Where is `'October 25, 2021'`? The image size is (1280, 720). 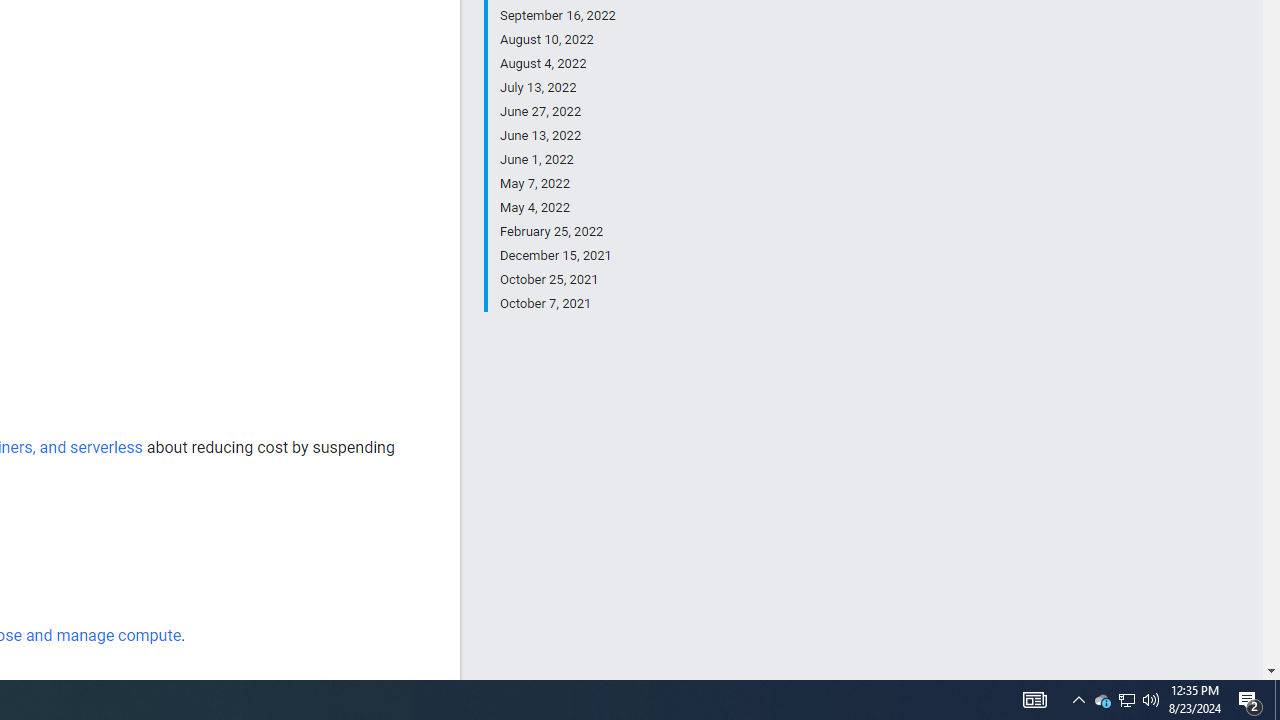
'October 25, 2021' is located at coordinates (557, 280).